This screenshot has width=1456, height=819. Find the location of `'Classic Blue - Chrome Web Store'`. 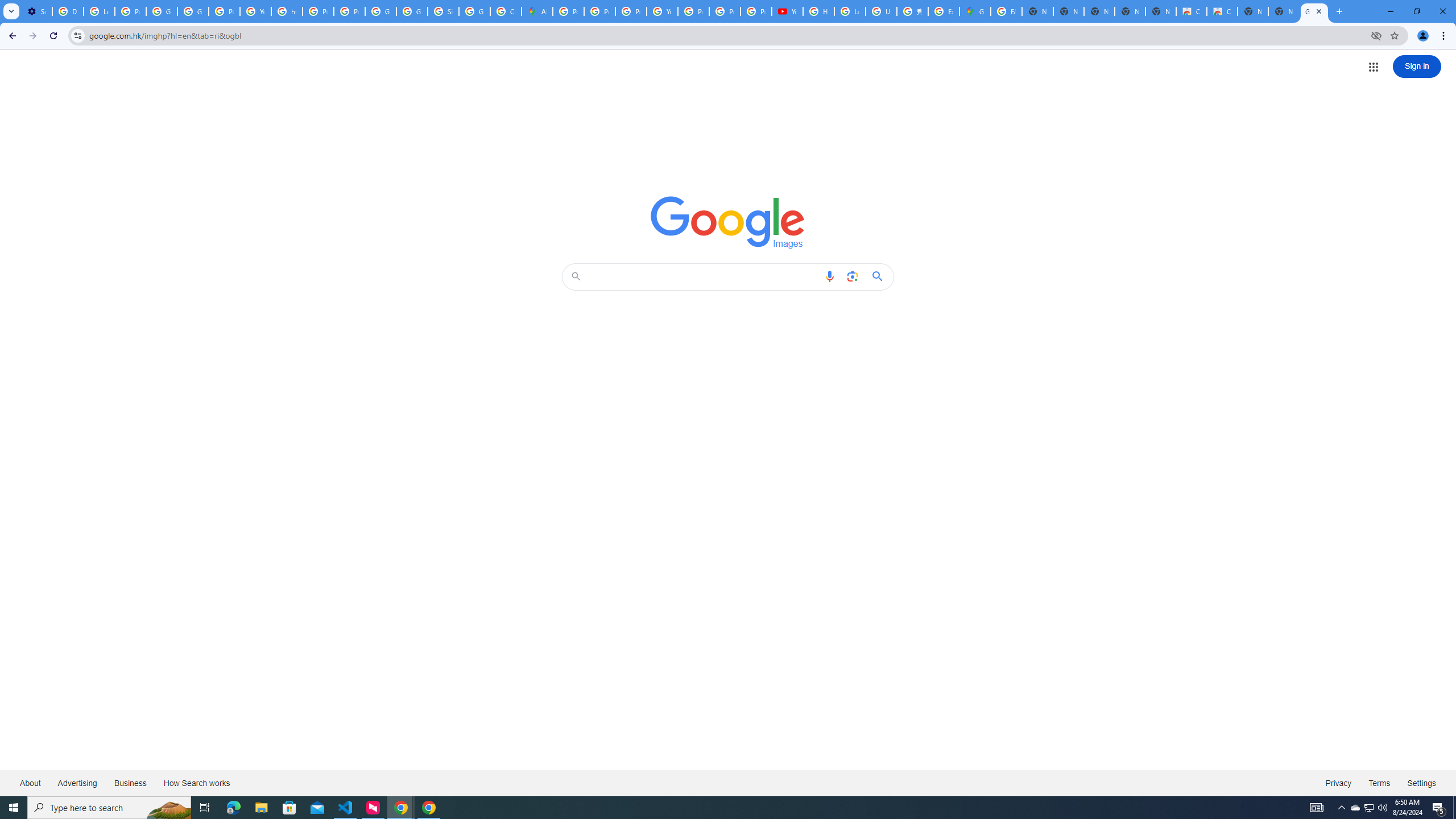

'Classic Blue - Chrome Web Store' is located at coordinates (1222, 11).